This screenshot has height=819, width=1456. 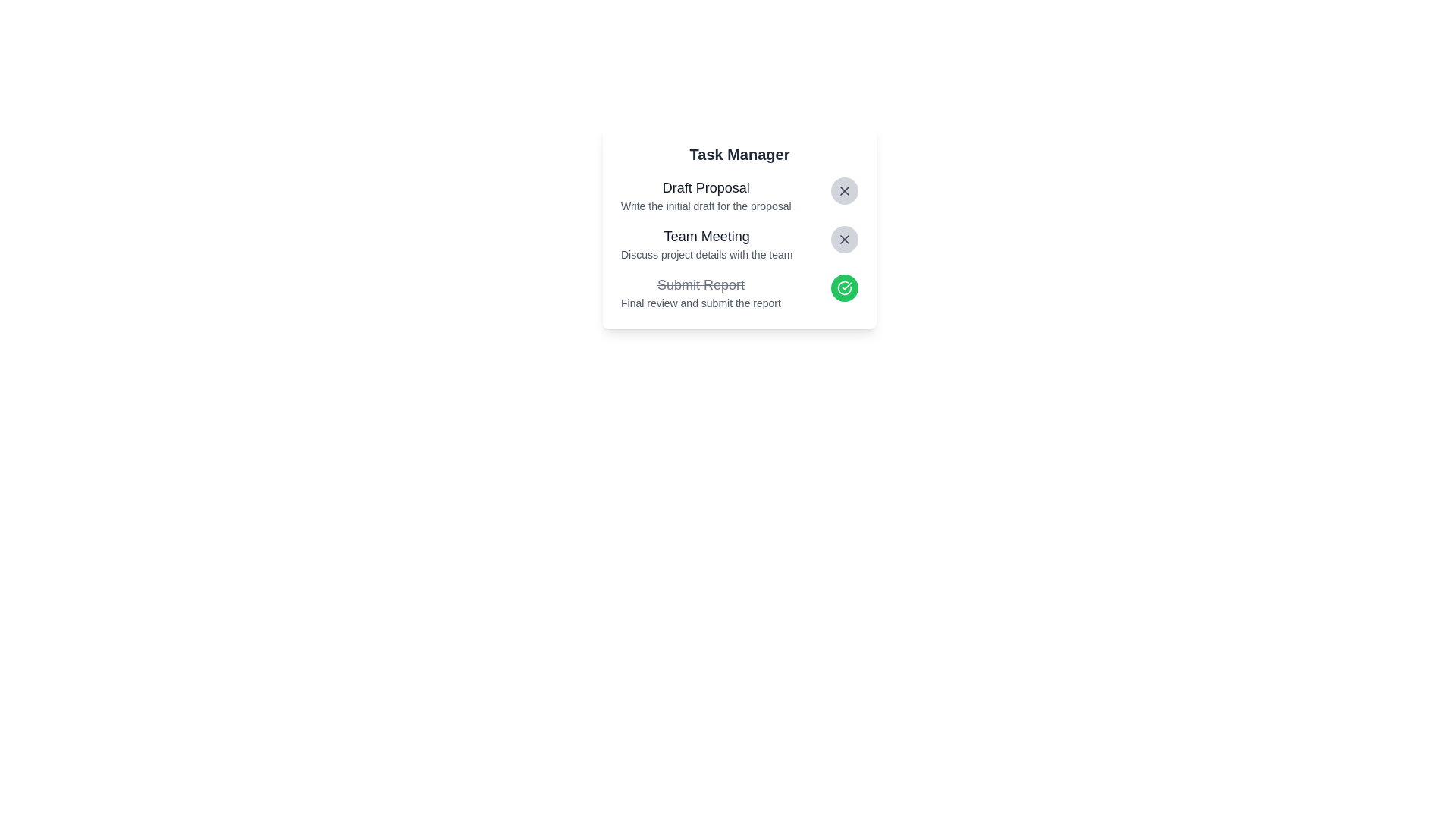 I want to click on the text block that displays the title and description of a completed task, which is the third list item in the task manager, located below the 'Team Meeting' item and to the left of a green circular button with a check mark icon, so click(x=700, y=292).